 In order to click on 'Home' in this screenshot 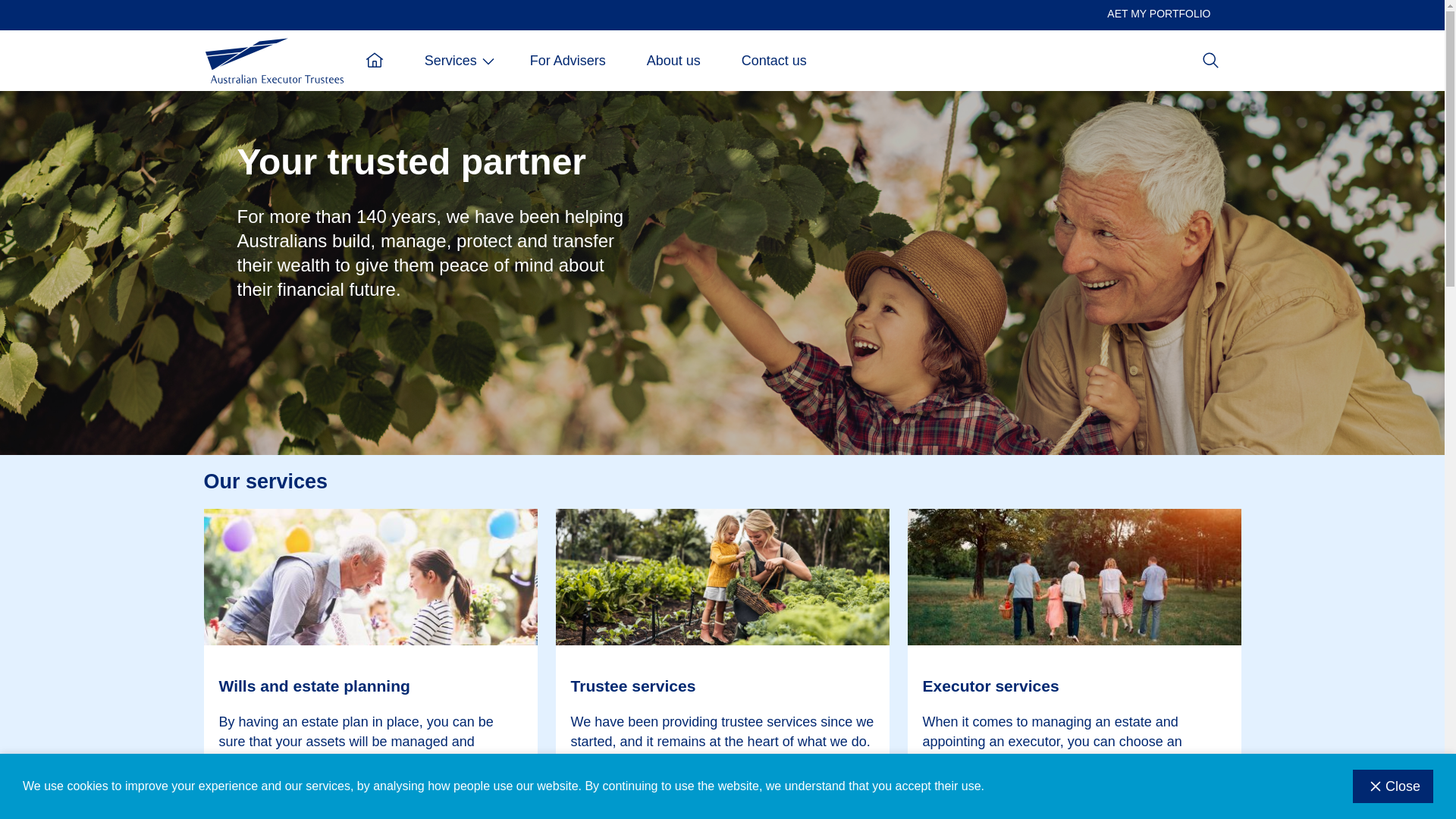, I will do `click(344, 60)`.